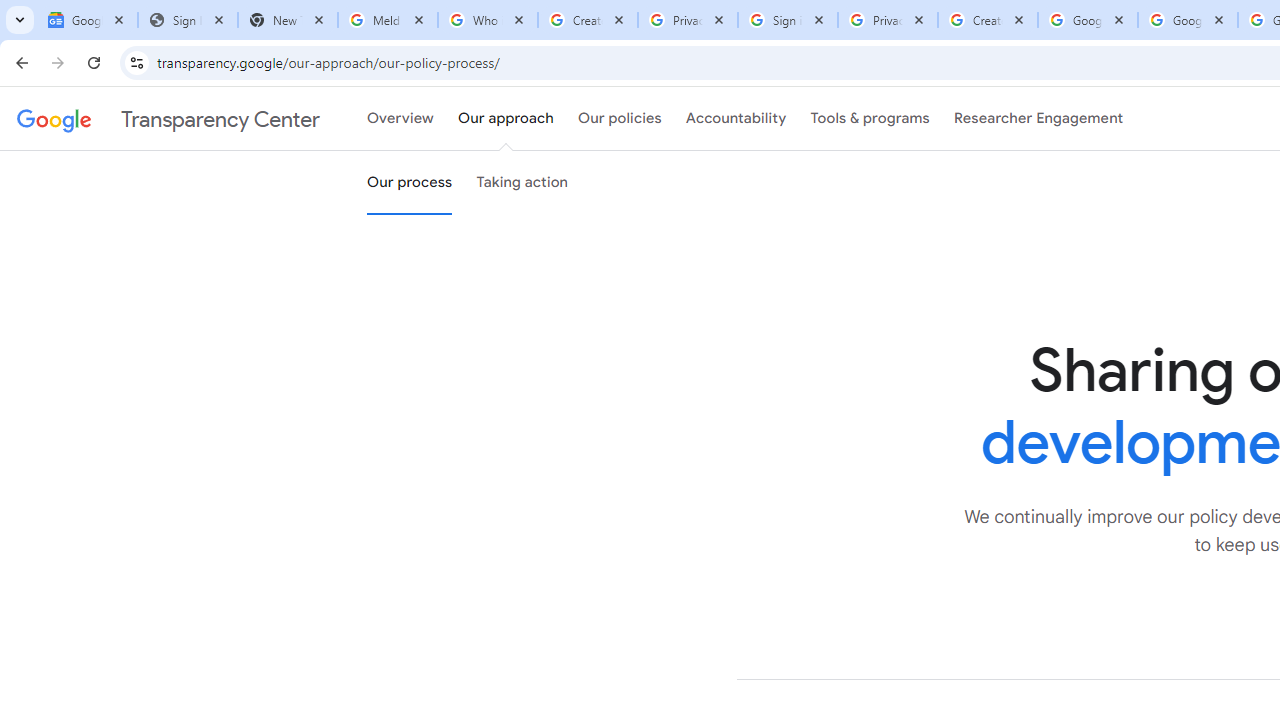 The width and height of the screenshot is (1280, 720). Describe the element at coordinates (522, 183) in the screenshot. I see `'Taking action'` at that location.